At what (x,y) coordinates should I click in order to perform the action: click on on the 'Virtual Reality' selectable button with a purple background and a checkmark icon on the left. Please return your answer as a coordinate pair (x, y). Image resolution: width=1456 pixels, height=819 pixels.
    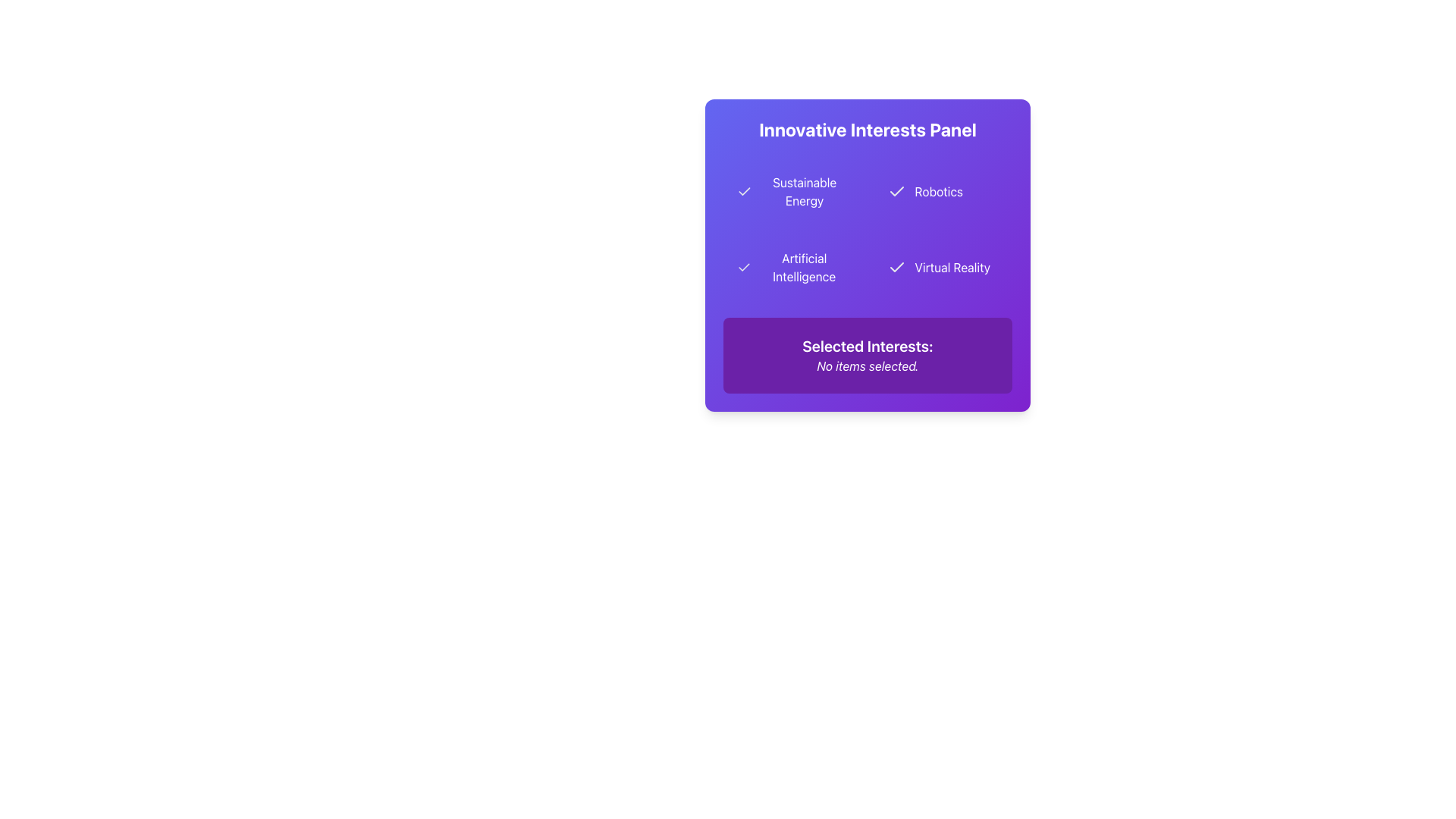
    Looking at the image, I should click on (942, 267).